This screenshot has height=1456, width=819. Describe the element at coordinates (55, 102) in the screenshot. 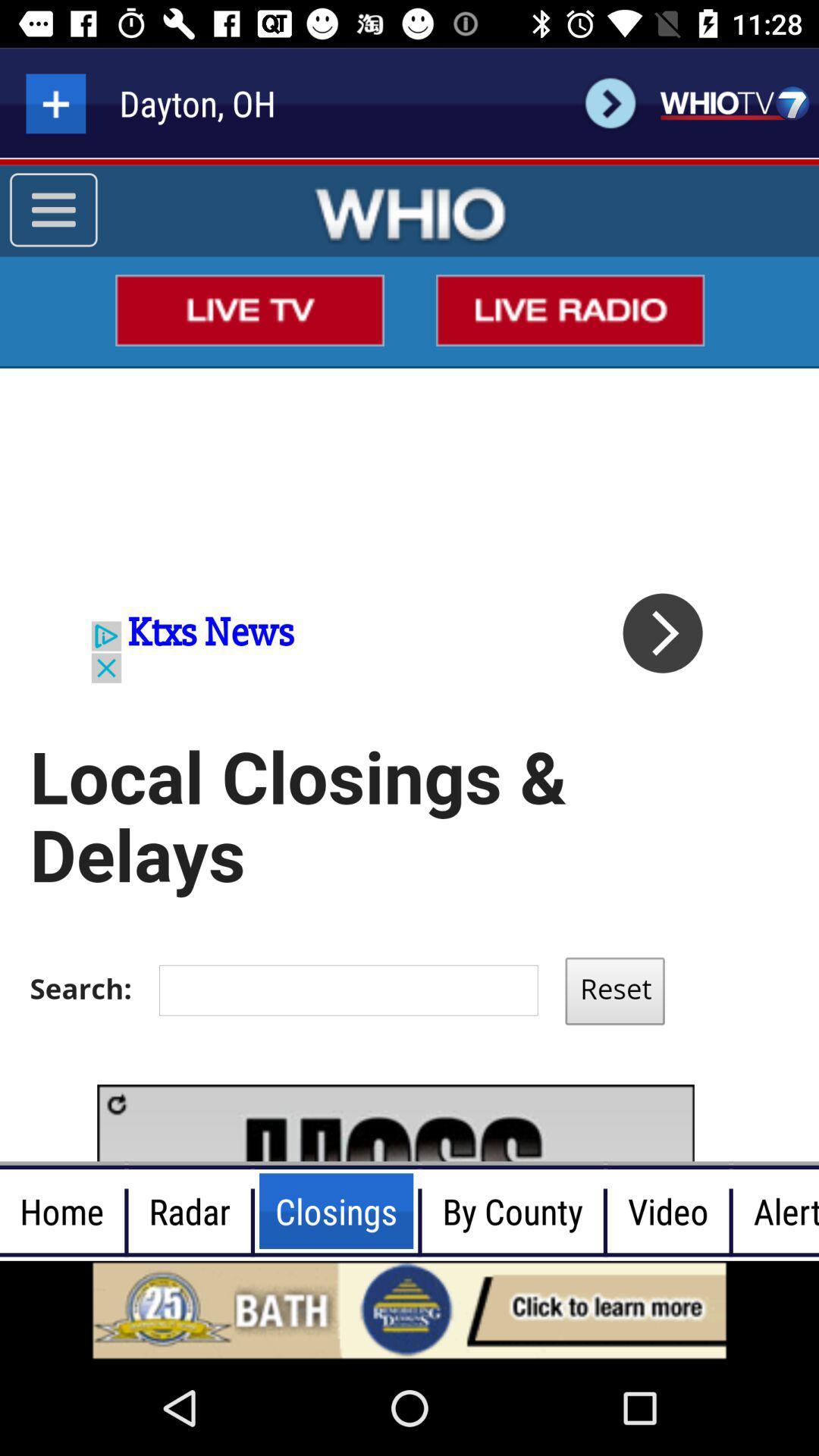

I see `the new tab` at that location.